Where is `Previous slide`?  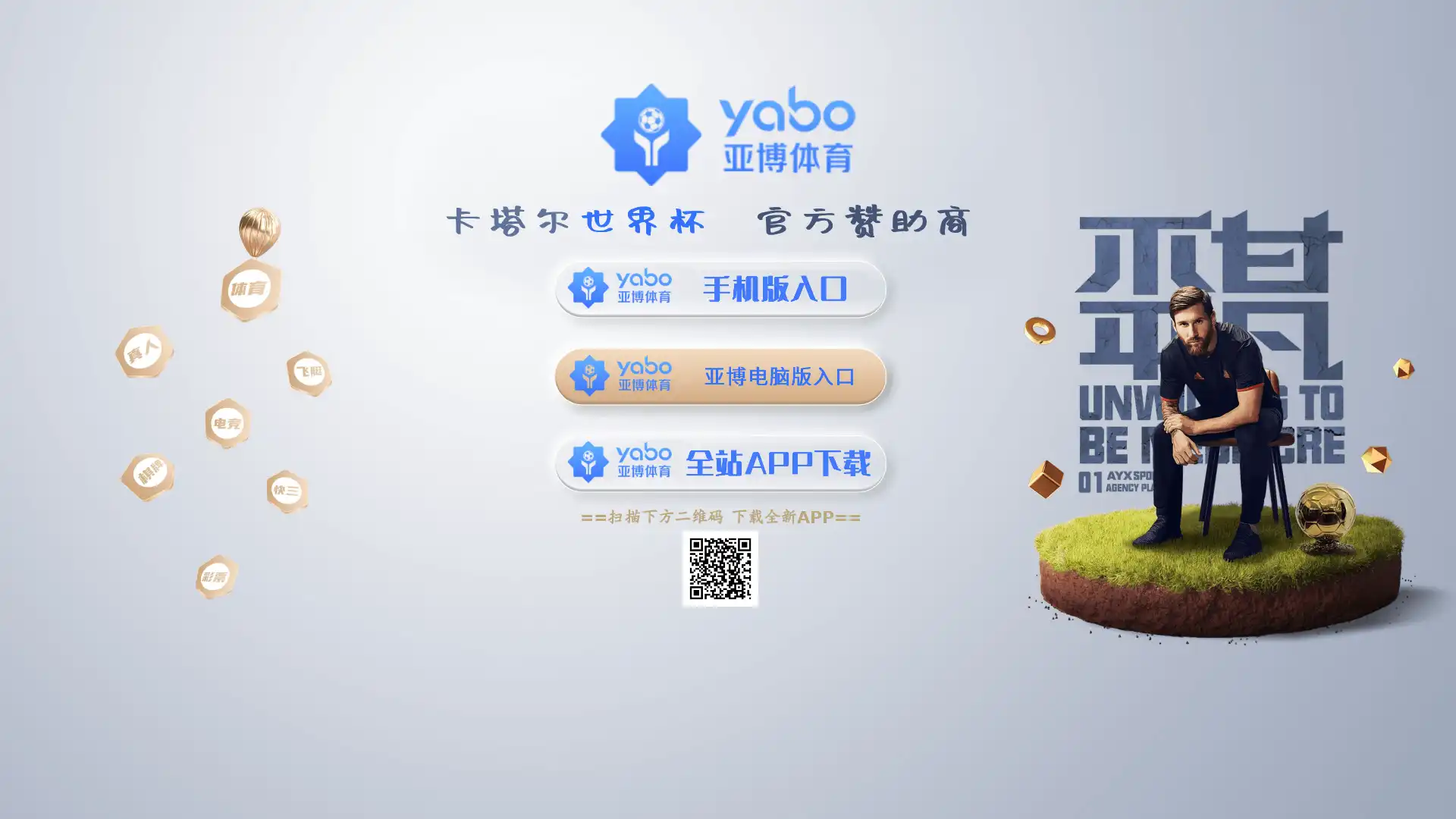 Previous slide is located at coordinates (290, 769).